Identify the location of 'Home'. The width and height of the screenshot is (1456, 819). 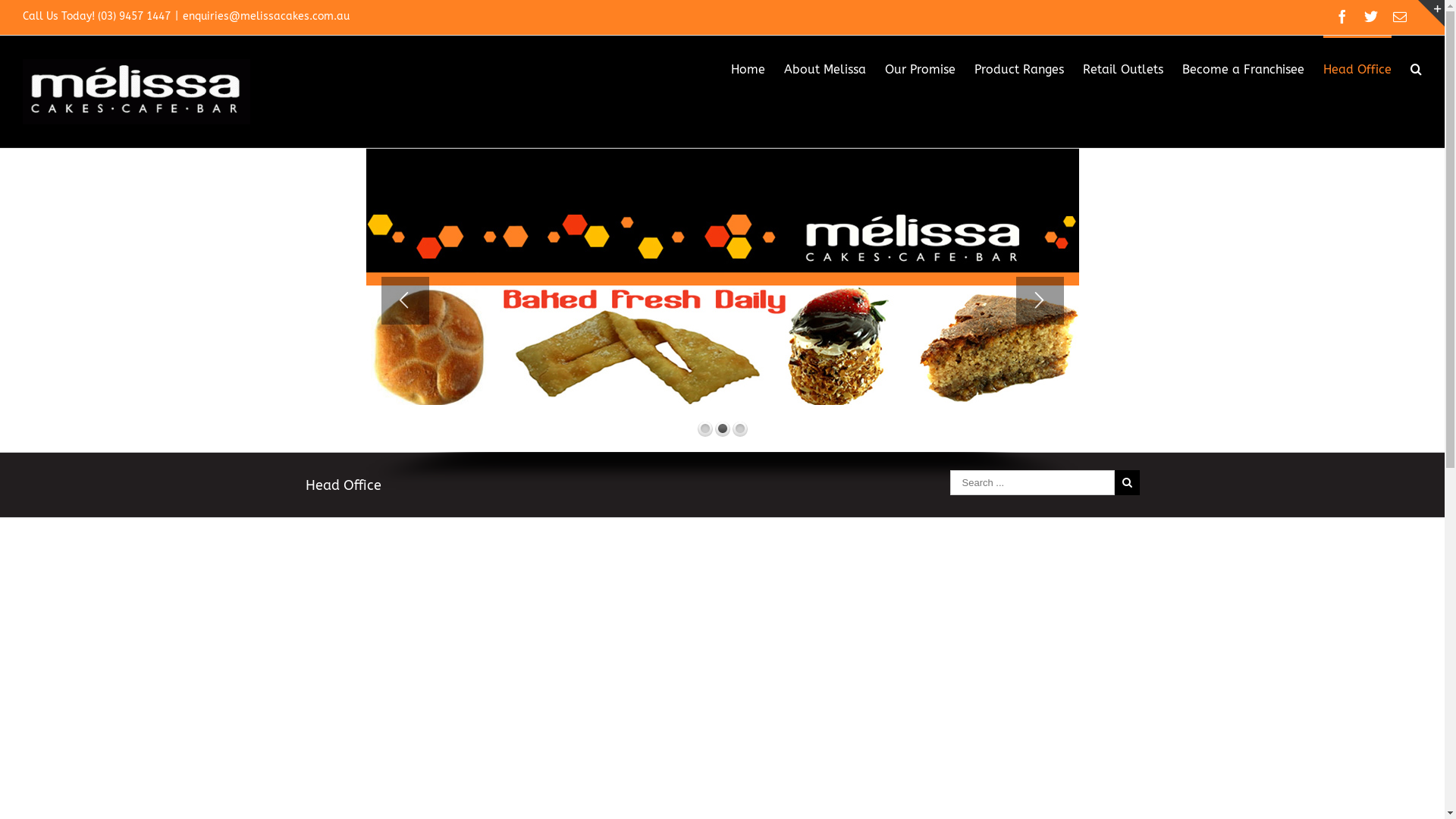
(748, 67).